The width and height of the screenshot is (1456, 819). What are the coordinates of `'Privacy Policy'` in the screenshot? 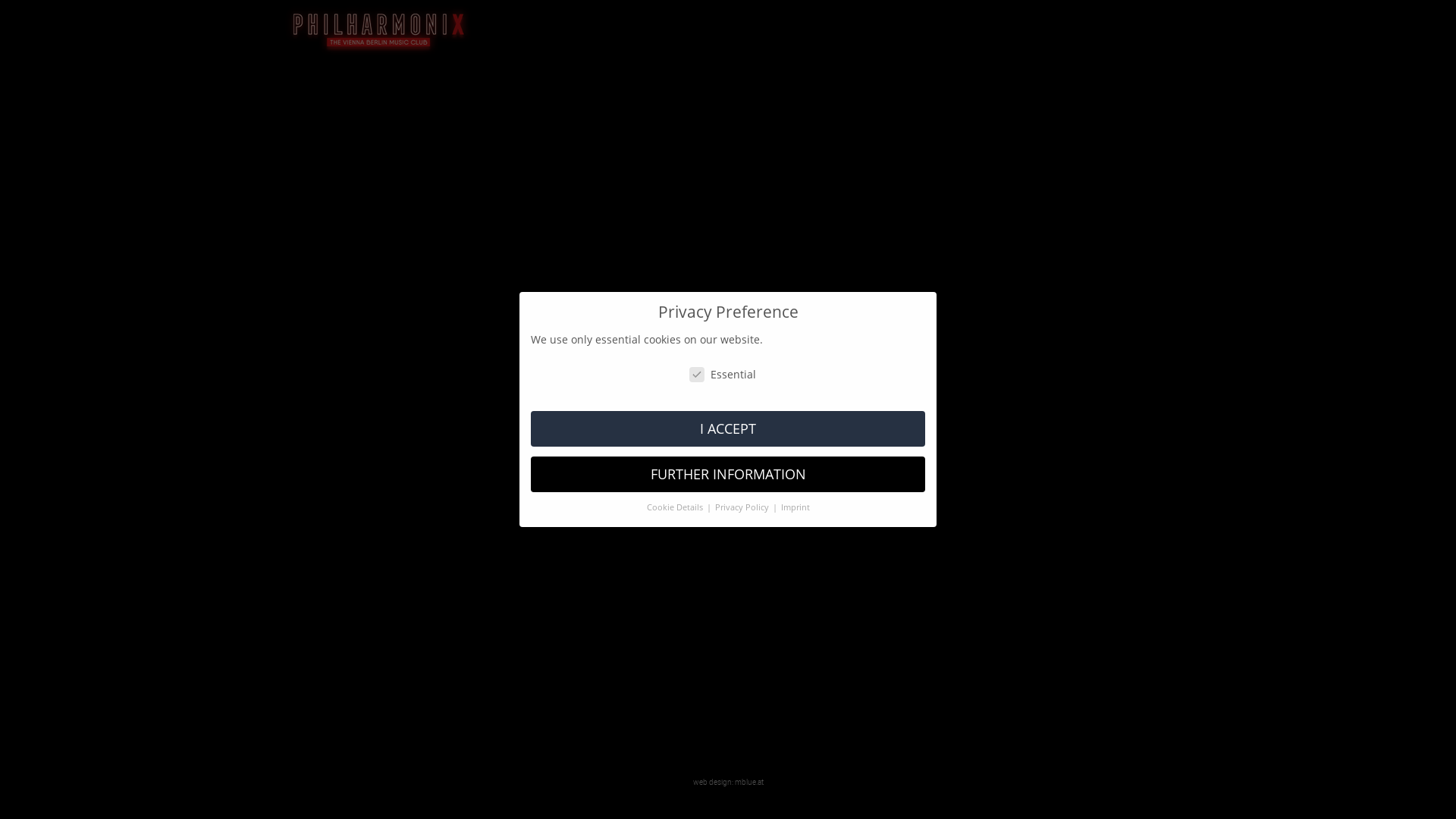 It's located at (713, 507).